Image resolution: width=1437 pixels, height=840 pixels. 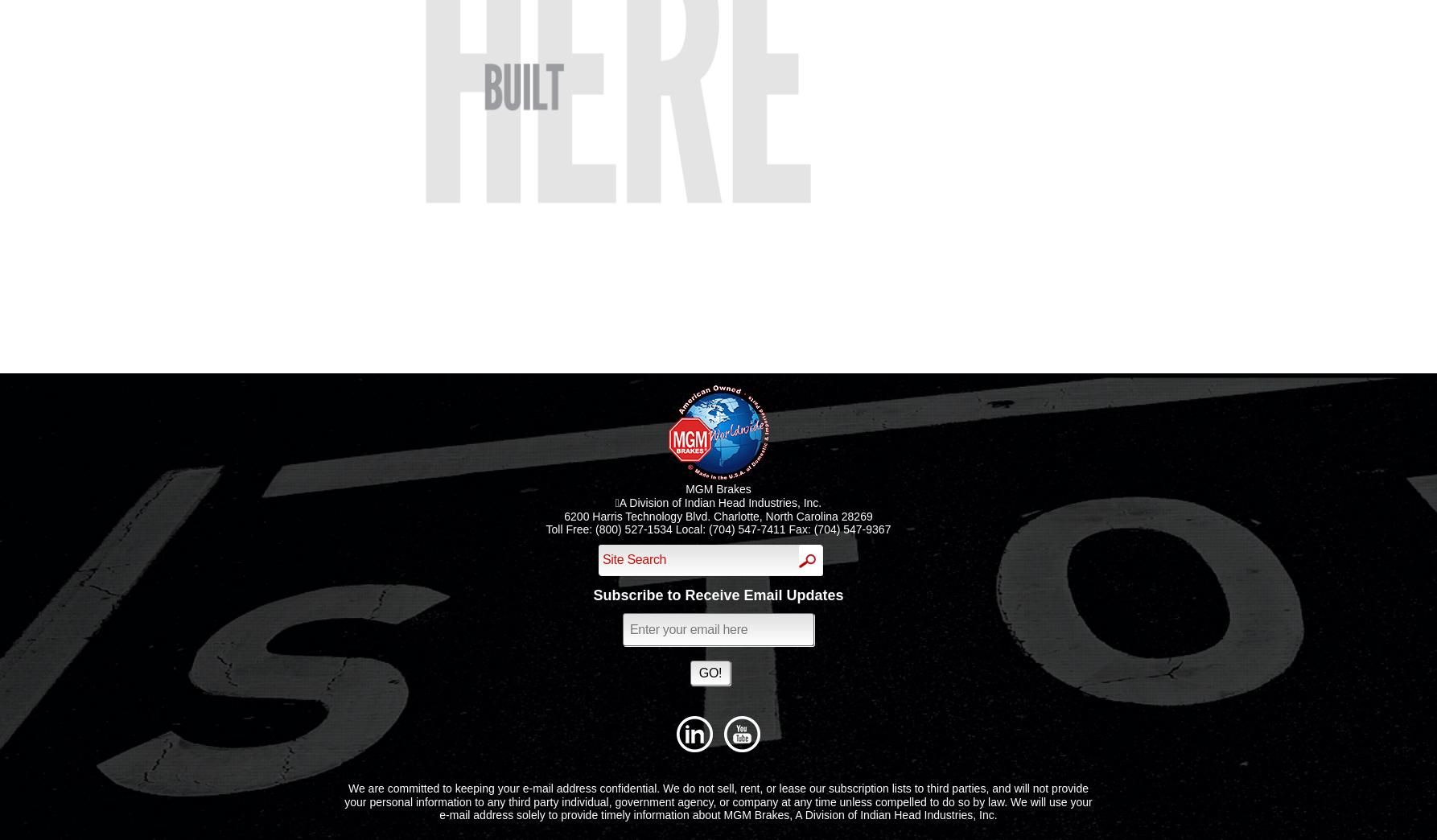 I want to click on 'Fax: (704) 547-9367', so click(x=838, y=529).